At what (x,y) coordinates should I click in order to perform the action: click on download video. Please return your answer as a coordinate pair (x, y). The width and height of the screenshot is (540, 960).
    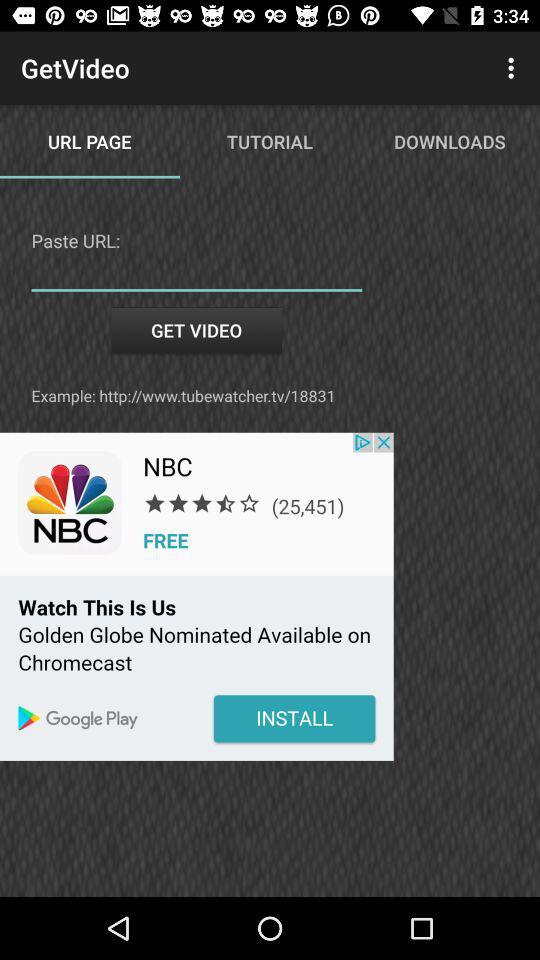
    Looking at the image, I should click on (196, 275).